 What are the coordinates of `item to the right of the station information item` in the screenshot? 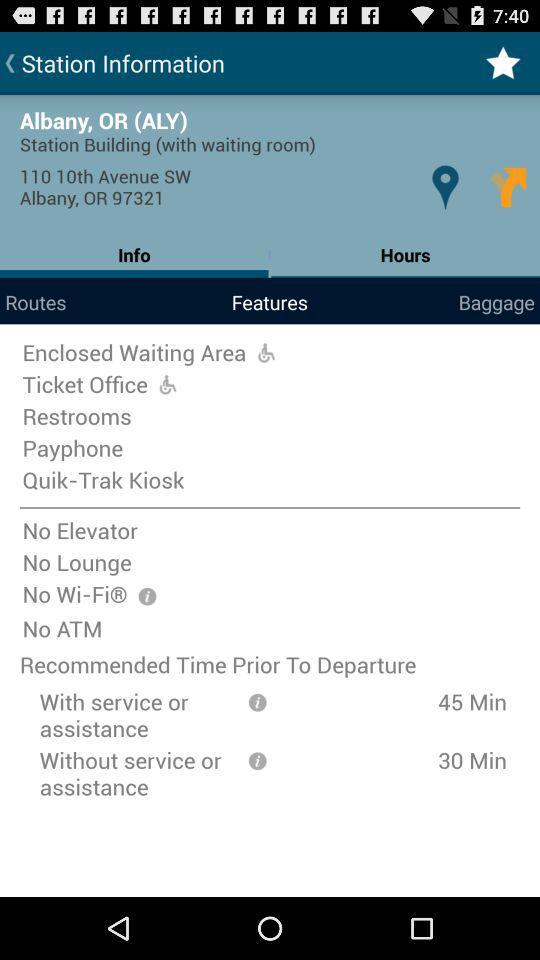 It's located at (502, 62).